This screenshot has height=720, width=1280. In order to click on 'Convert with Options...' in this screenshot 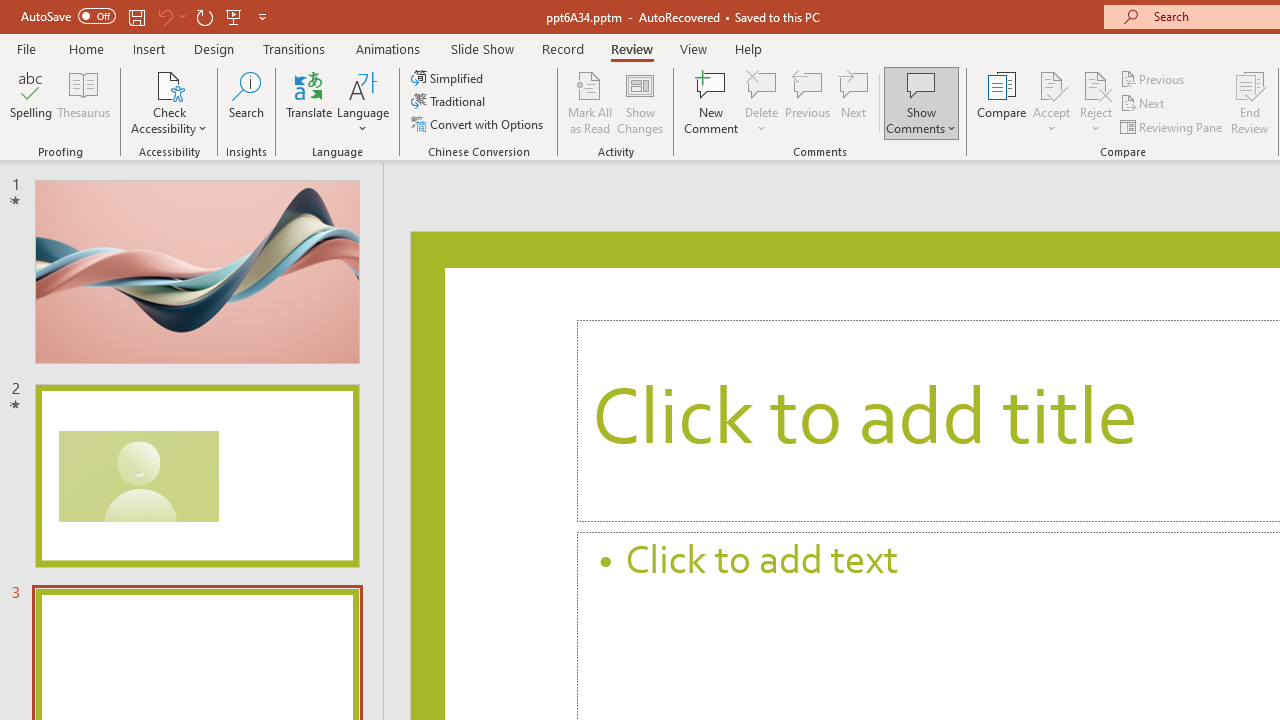, I will do `click(478, 124)`.